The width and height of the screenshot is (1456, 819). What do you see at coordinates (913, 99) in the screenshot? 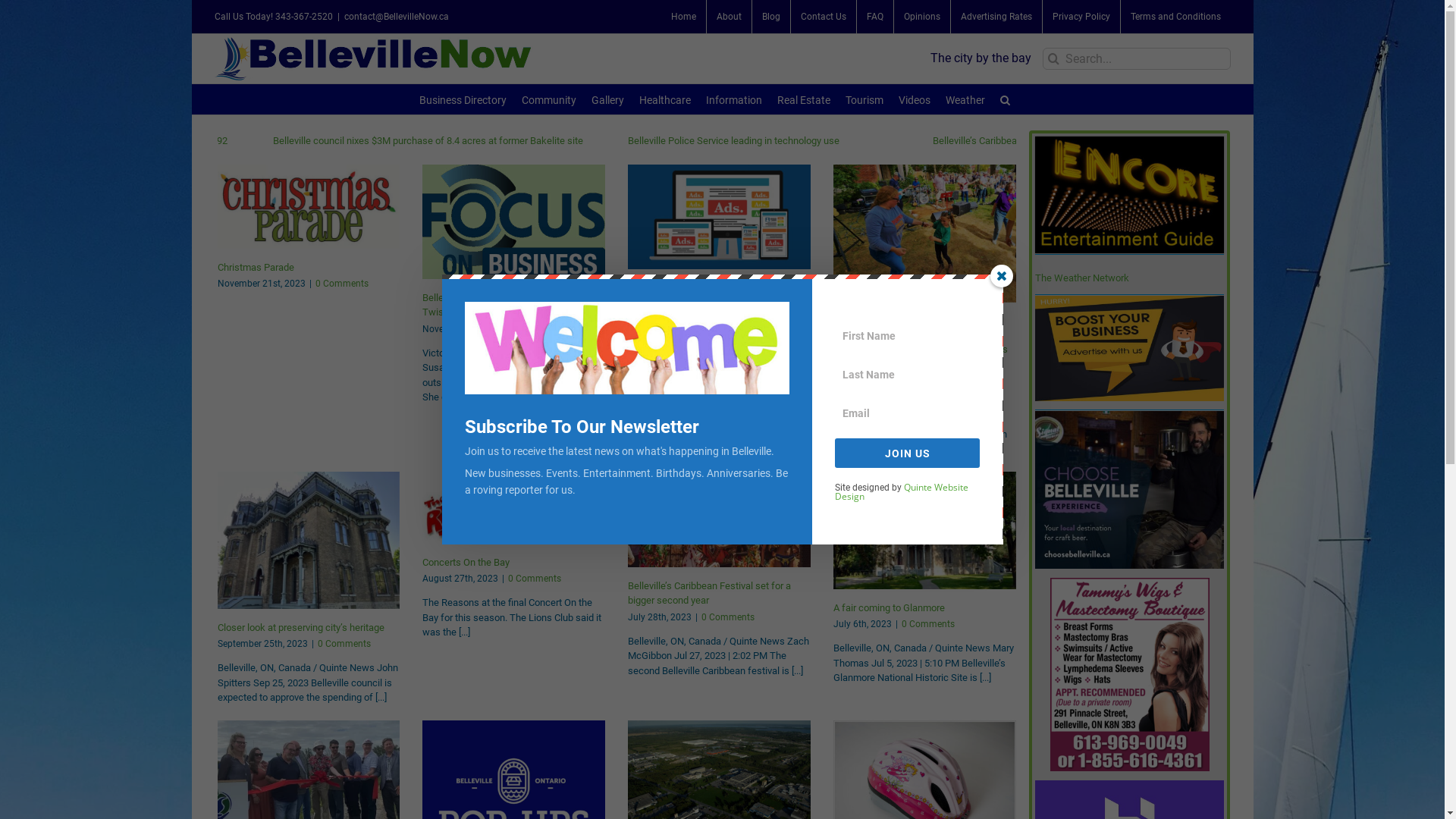
I see `'Videos'` at bounding box center [913, 99].